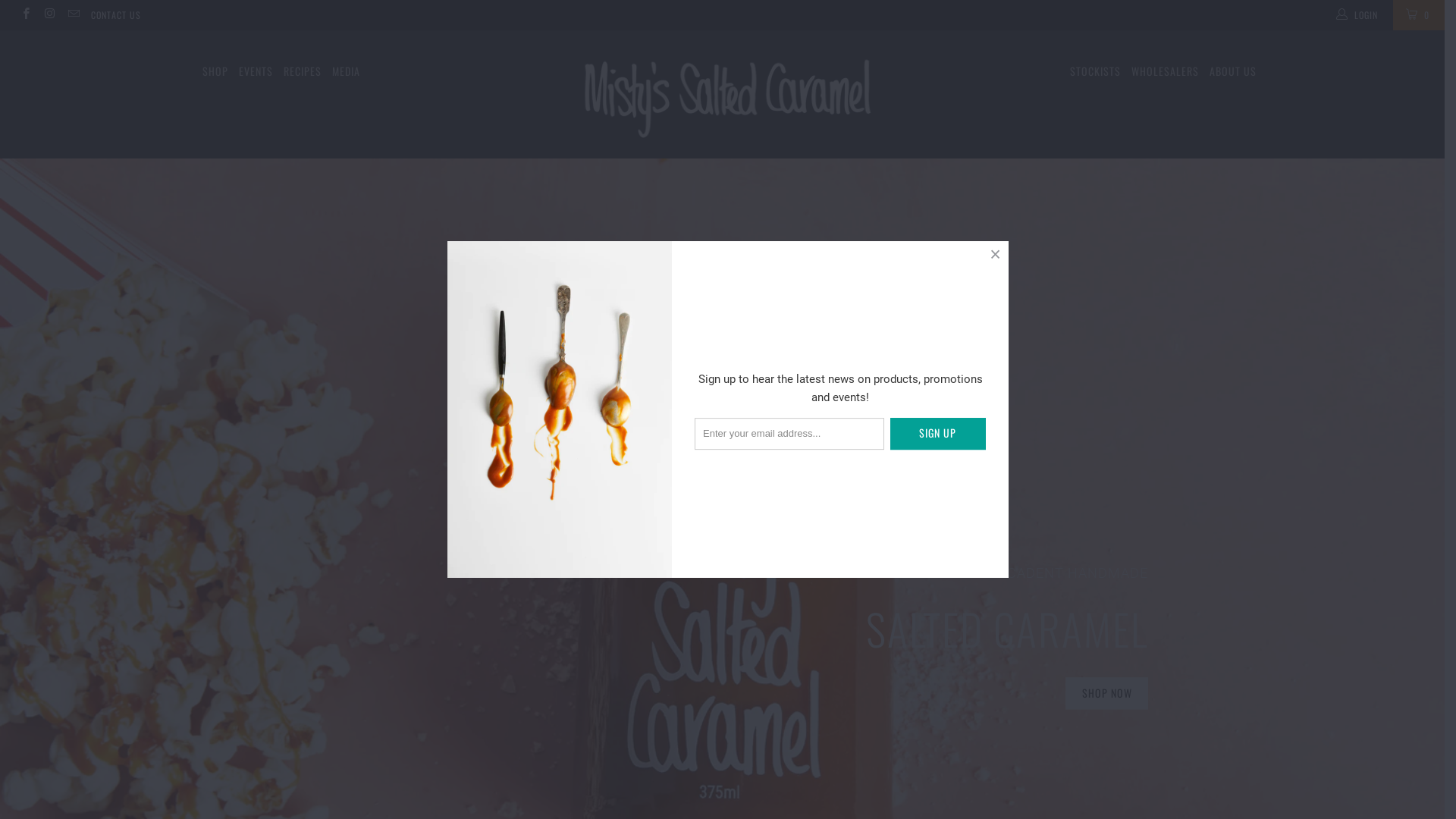 The width and height of the screenshot is (1456, 819). What do you see at coordinates (1393, 14) in the screenshot?
I see `'0'` at bounding box center [1393, 14].